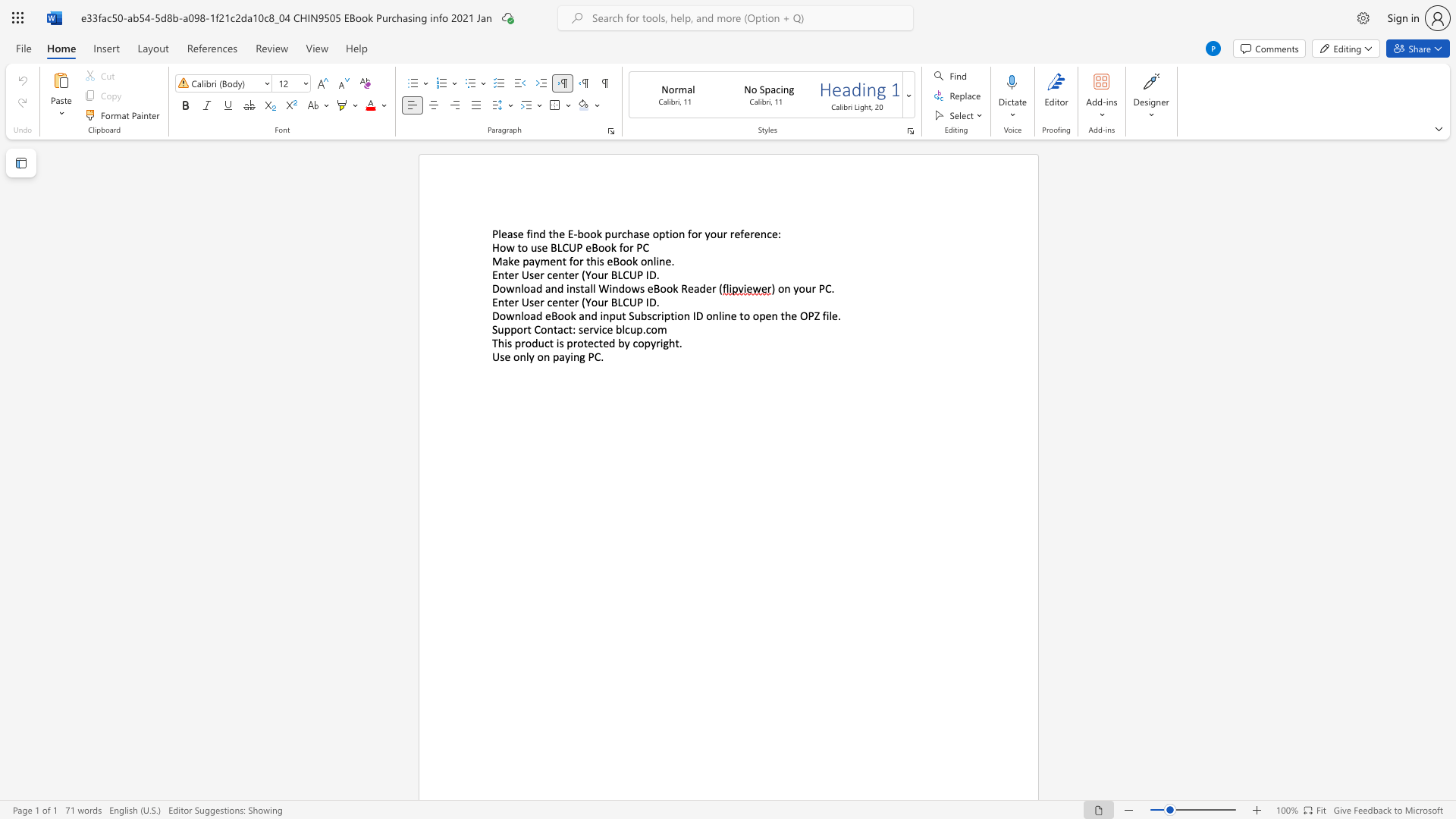 This screenshot has height=819, width=1456. I want to click on the subset text "ying" within the text "Use only on paying PC.", so click(563, 356).